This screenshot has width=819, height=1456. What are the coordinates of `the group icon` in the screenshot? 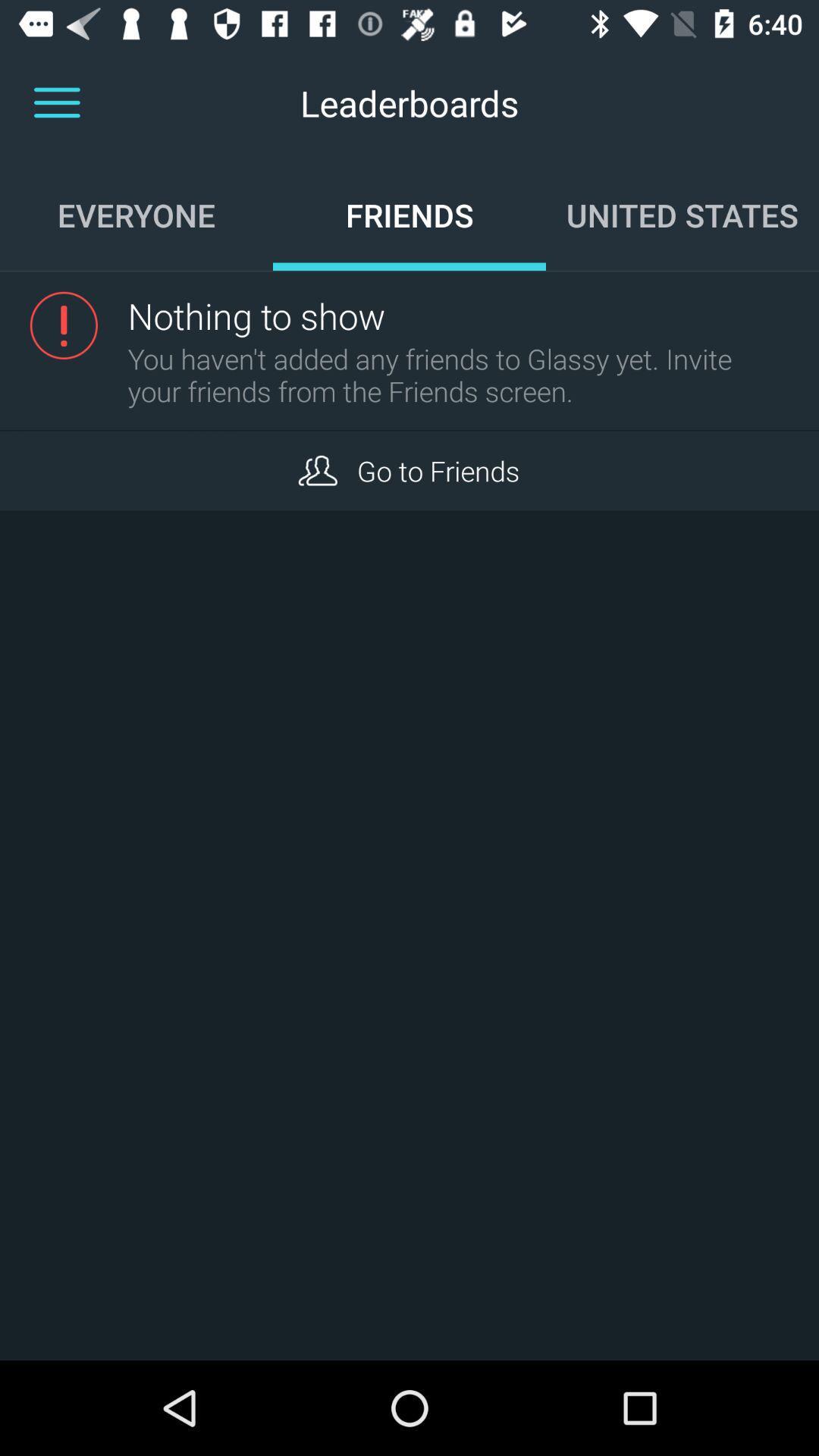 It's located at (317, 469).